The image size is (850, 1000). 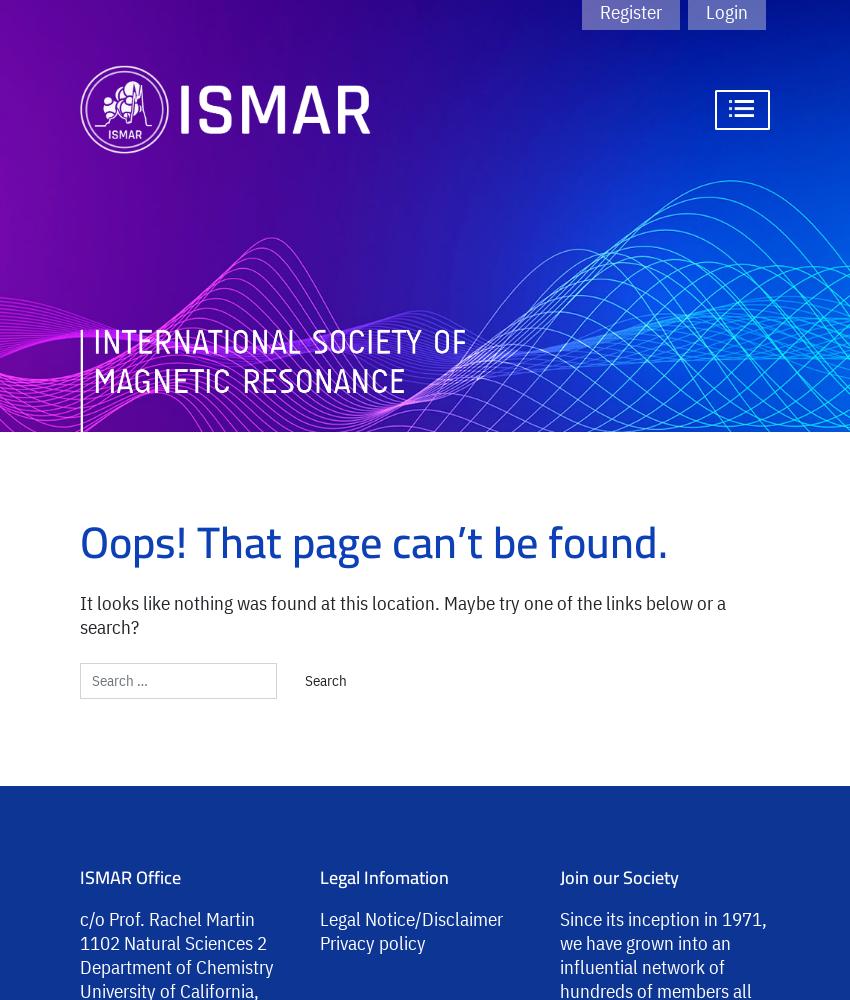 What do you see at coordinates (630, 12) in the screenshot?
I see `'Register'` at bounding box center [630, 12].